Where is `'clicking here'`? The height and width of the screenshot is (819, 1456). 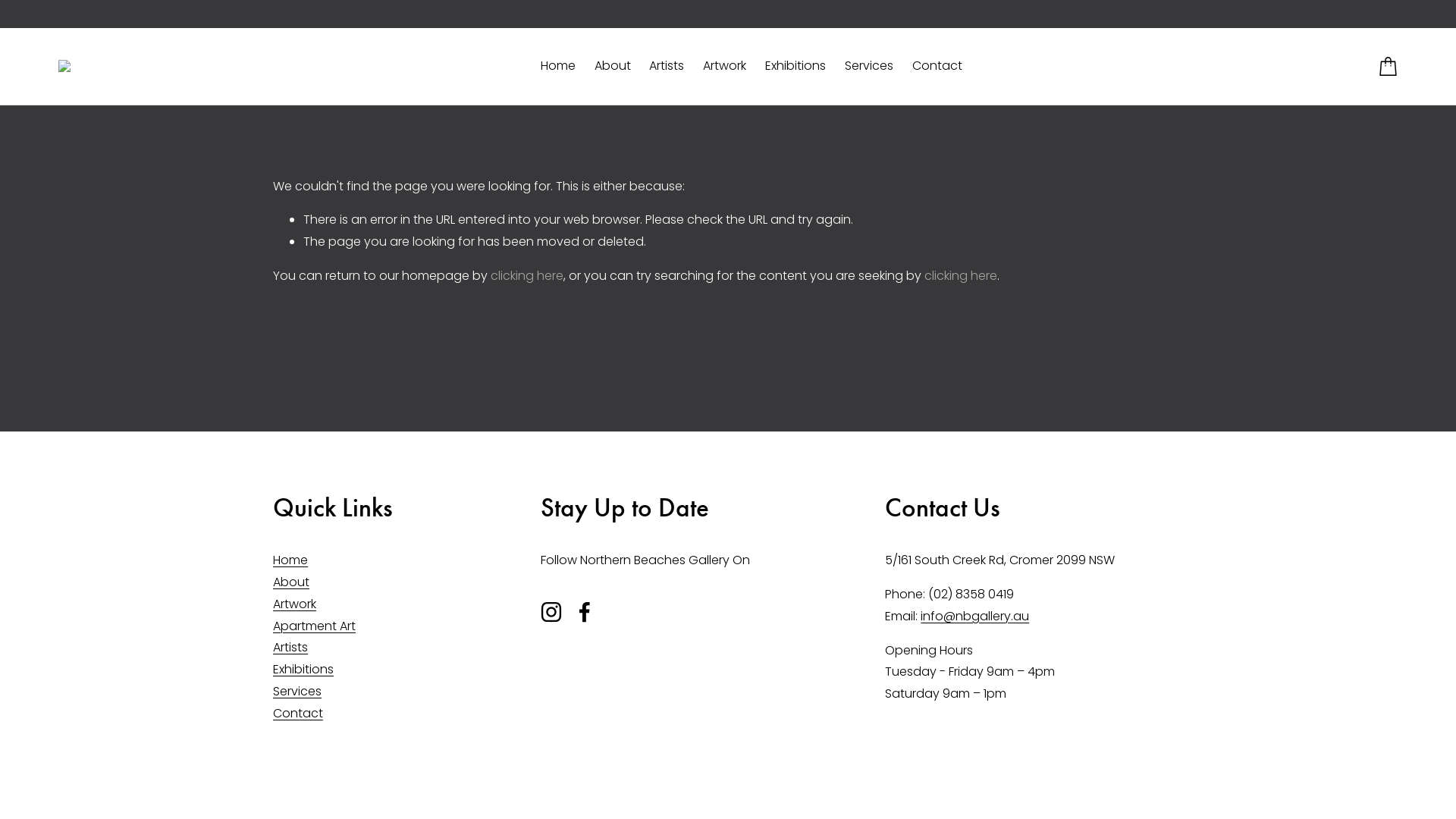
'clicking here' is located at coordinates (527, 275).